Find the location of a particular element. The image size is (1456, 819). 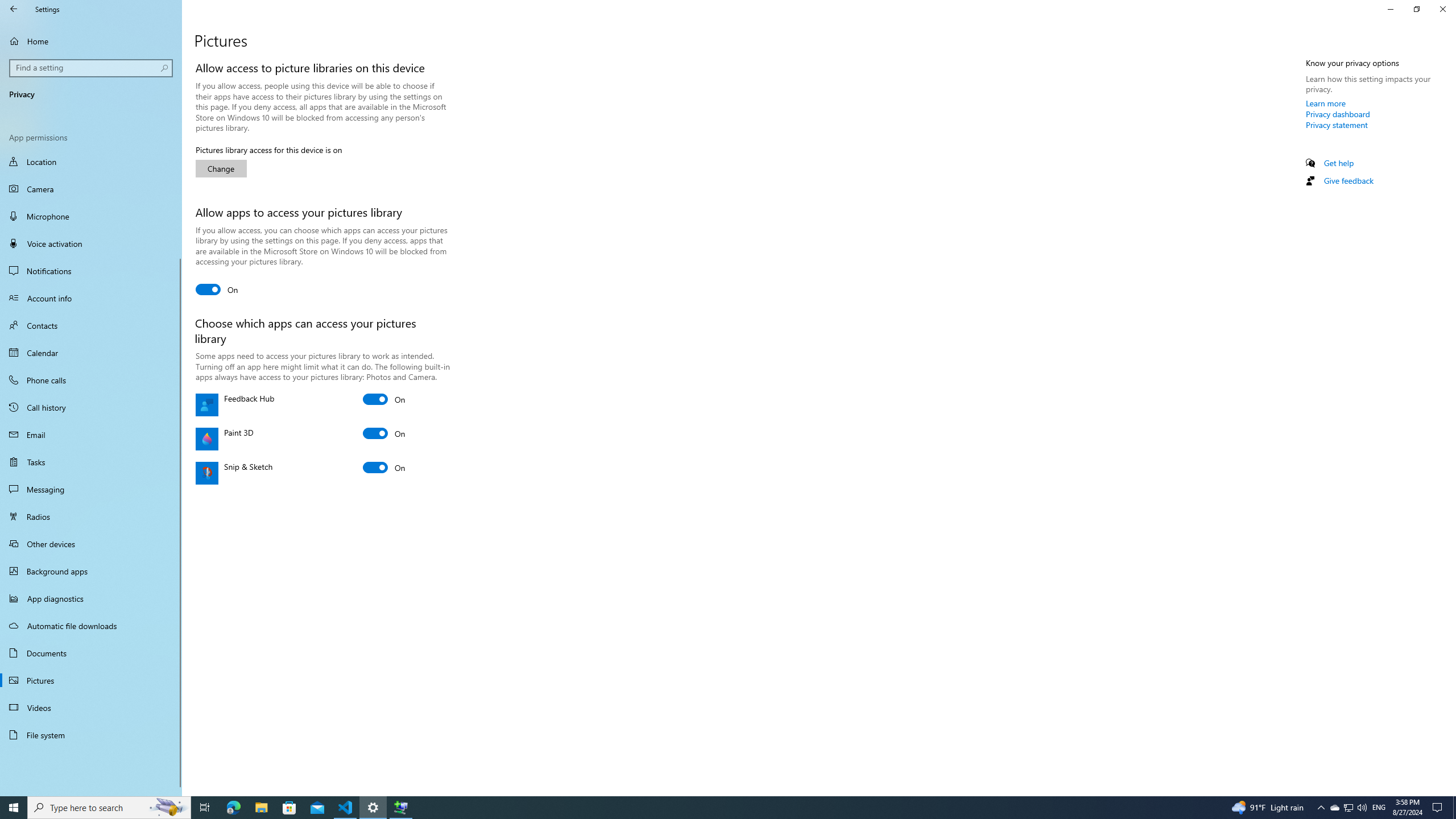

'Phone calls' is located at coordinates (90, 379).